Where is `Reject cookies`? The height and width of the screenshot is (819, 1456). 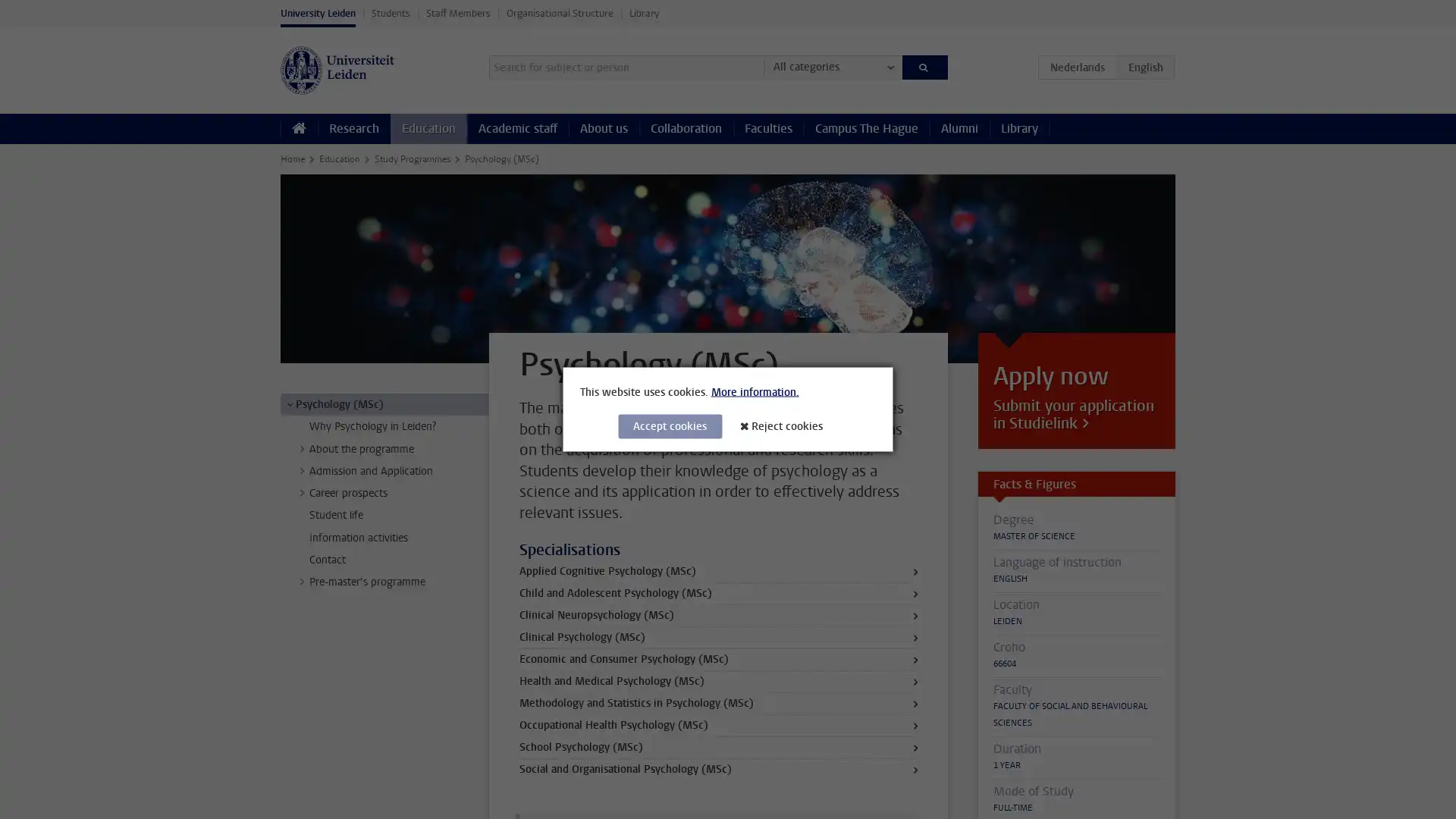 Reject cookies is located at coordinates (786, 425).